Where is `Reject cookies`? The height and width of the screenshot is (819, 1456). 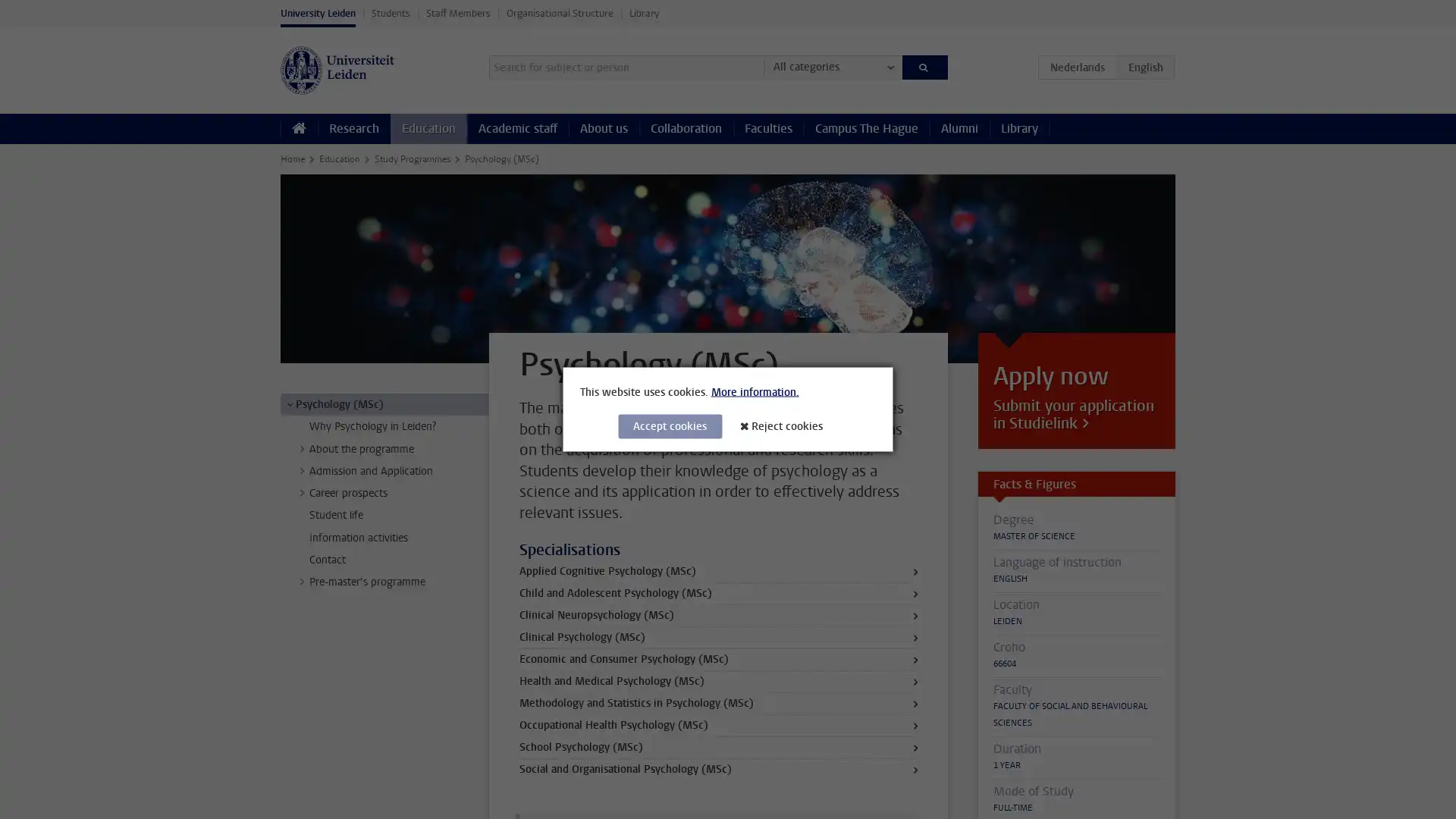 Reject cookies is located at coordinates (786, 425).